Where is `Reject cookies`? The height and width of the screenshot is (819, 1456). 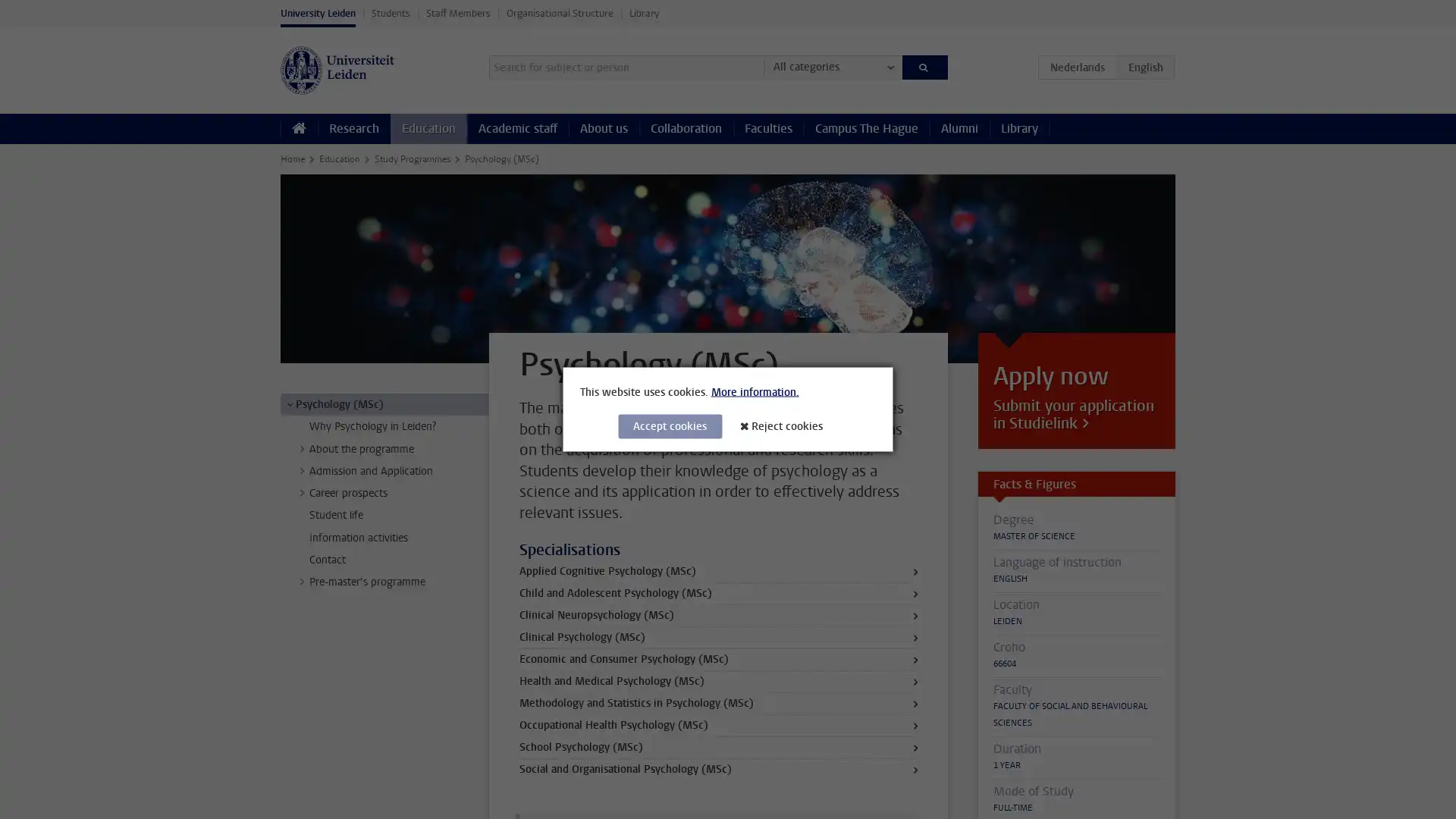 Reject cookies is located at coordinates (786, 425).